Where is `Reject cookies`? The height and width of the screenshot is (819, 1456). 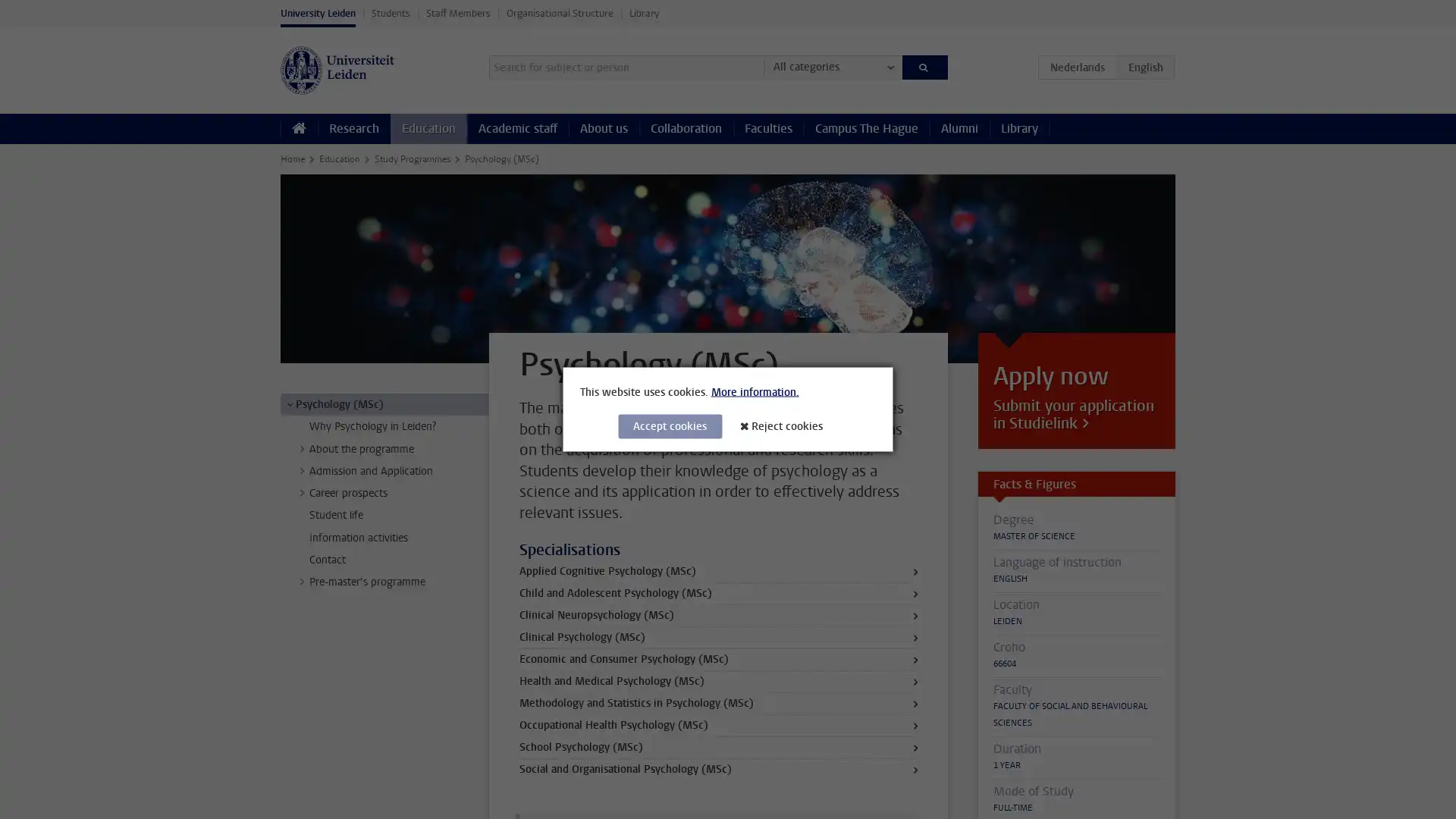 Reject cookies is located at coordinates (786, 425).